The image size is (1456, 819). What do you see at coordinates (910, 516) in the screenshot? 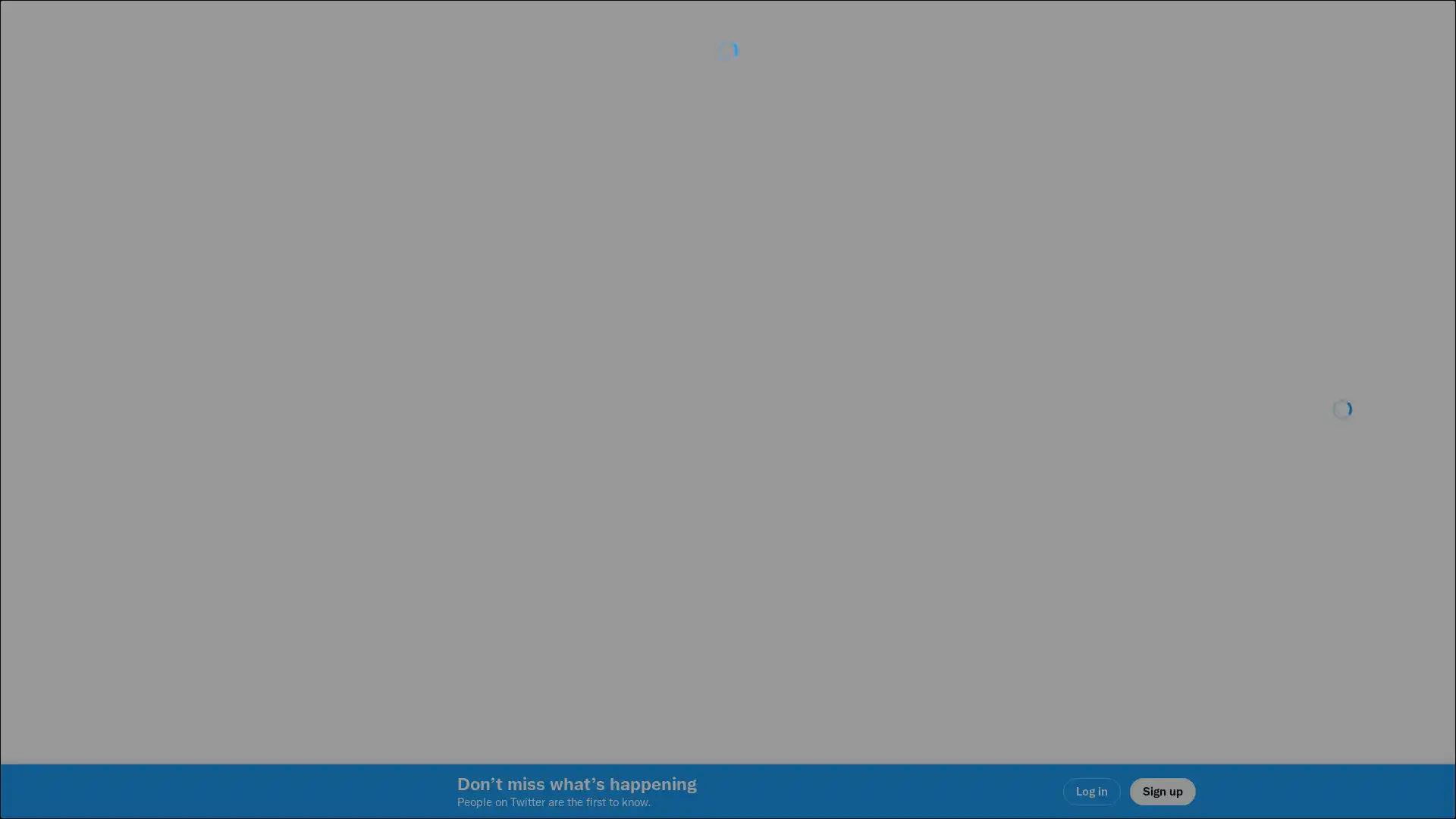
I see `Log in` at bounding box center [910, 516].